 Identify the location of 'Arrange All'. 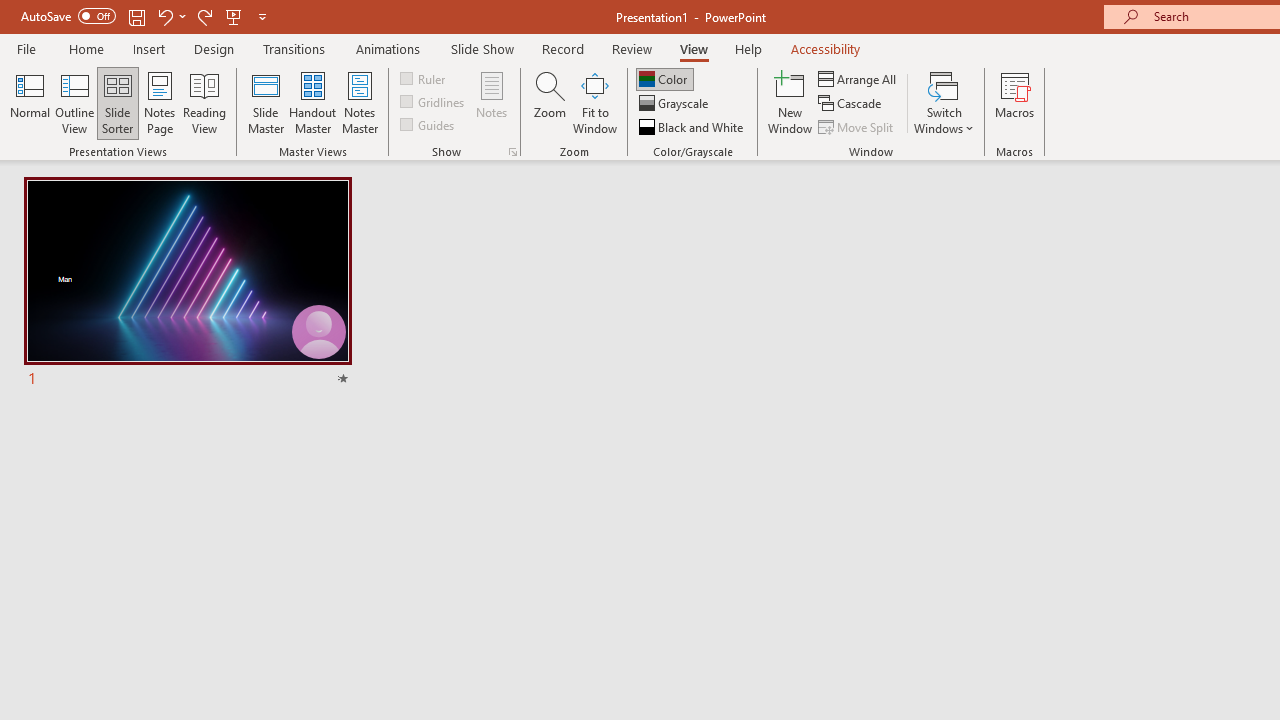
(858, 78).